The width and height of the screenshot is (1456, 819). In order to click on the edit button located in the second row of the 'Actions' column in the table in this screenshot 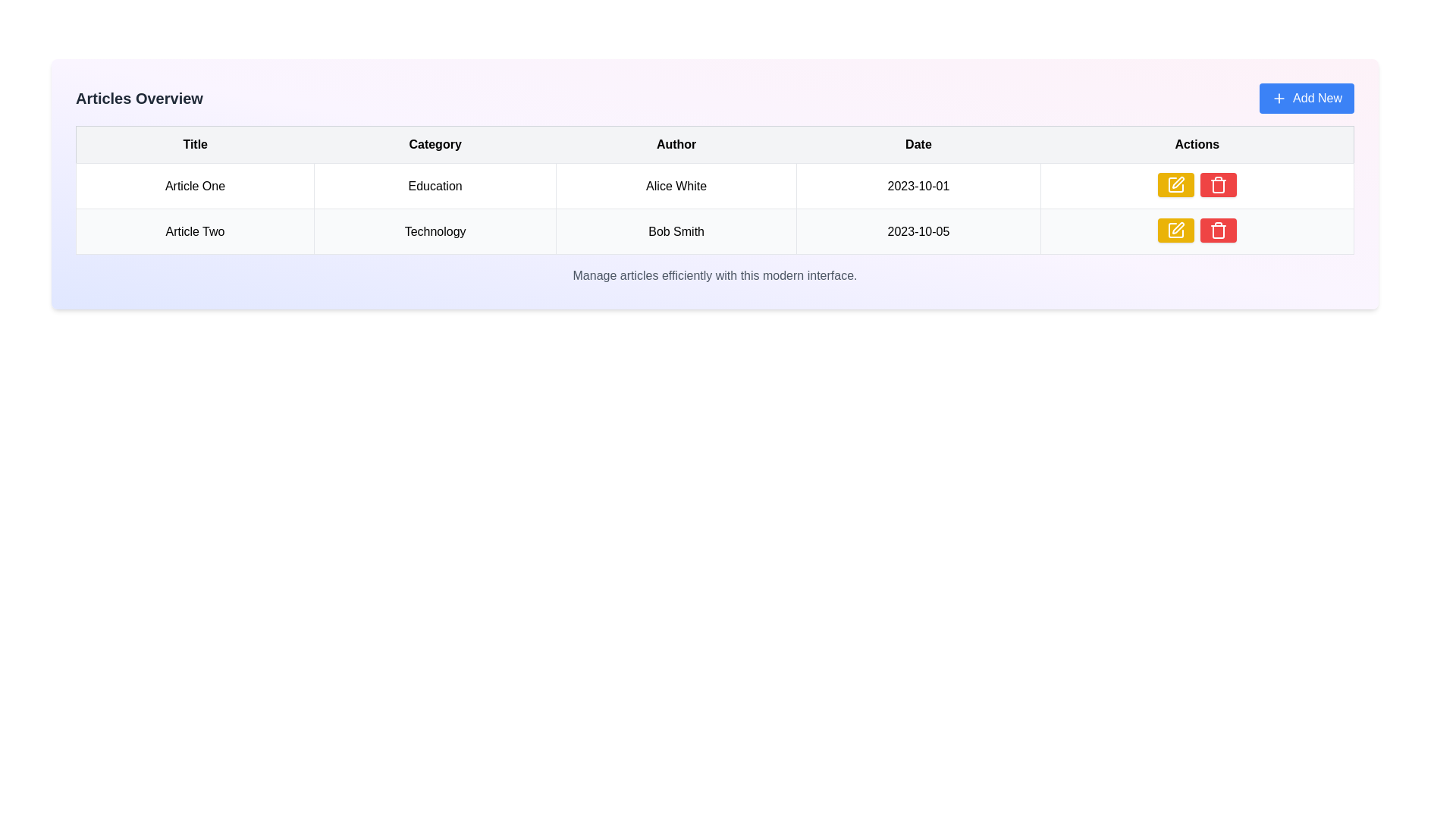, I will do `click(1175, 184)`.